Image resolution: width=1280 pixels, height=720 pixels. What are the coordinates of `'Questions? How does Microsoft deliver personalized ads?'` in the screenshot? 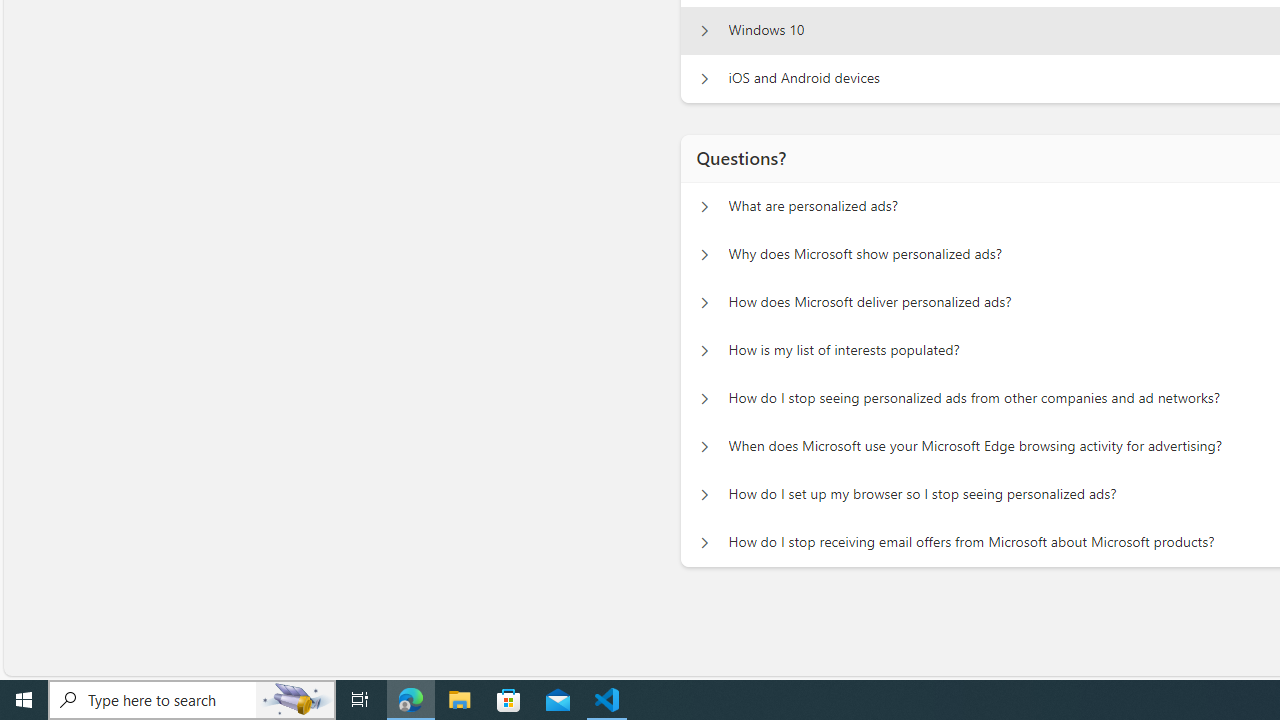 It's located at (704, 303).